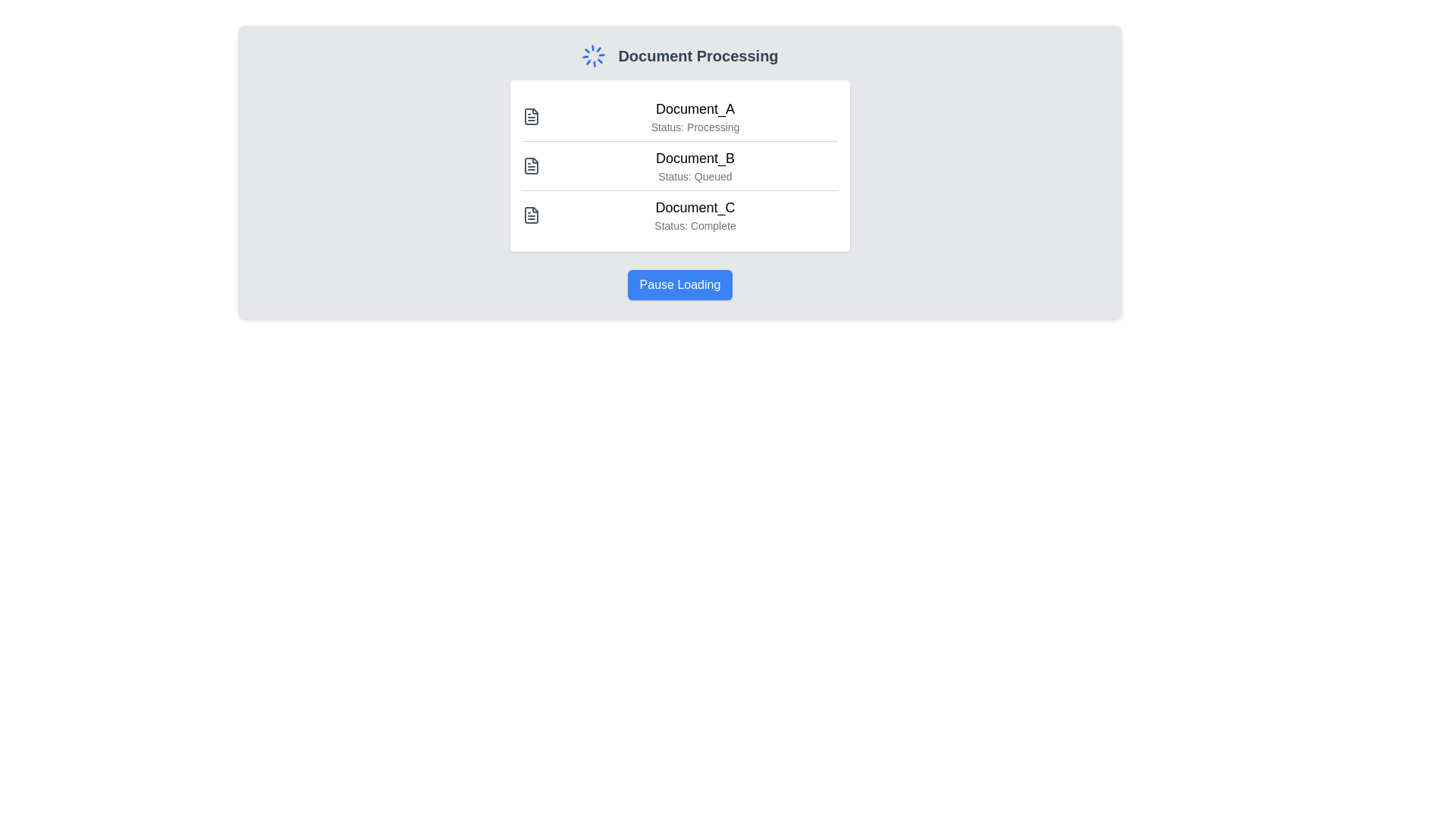 This screenshot has height=819, width=1456. What do you see at coordinates (531, 215) in the screenshot?
I see `the document icon that represents 'Document_C' in the third row of the vertical list, which indicates a status of 'Complete'` at bounding box center [531, 215].